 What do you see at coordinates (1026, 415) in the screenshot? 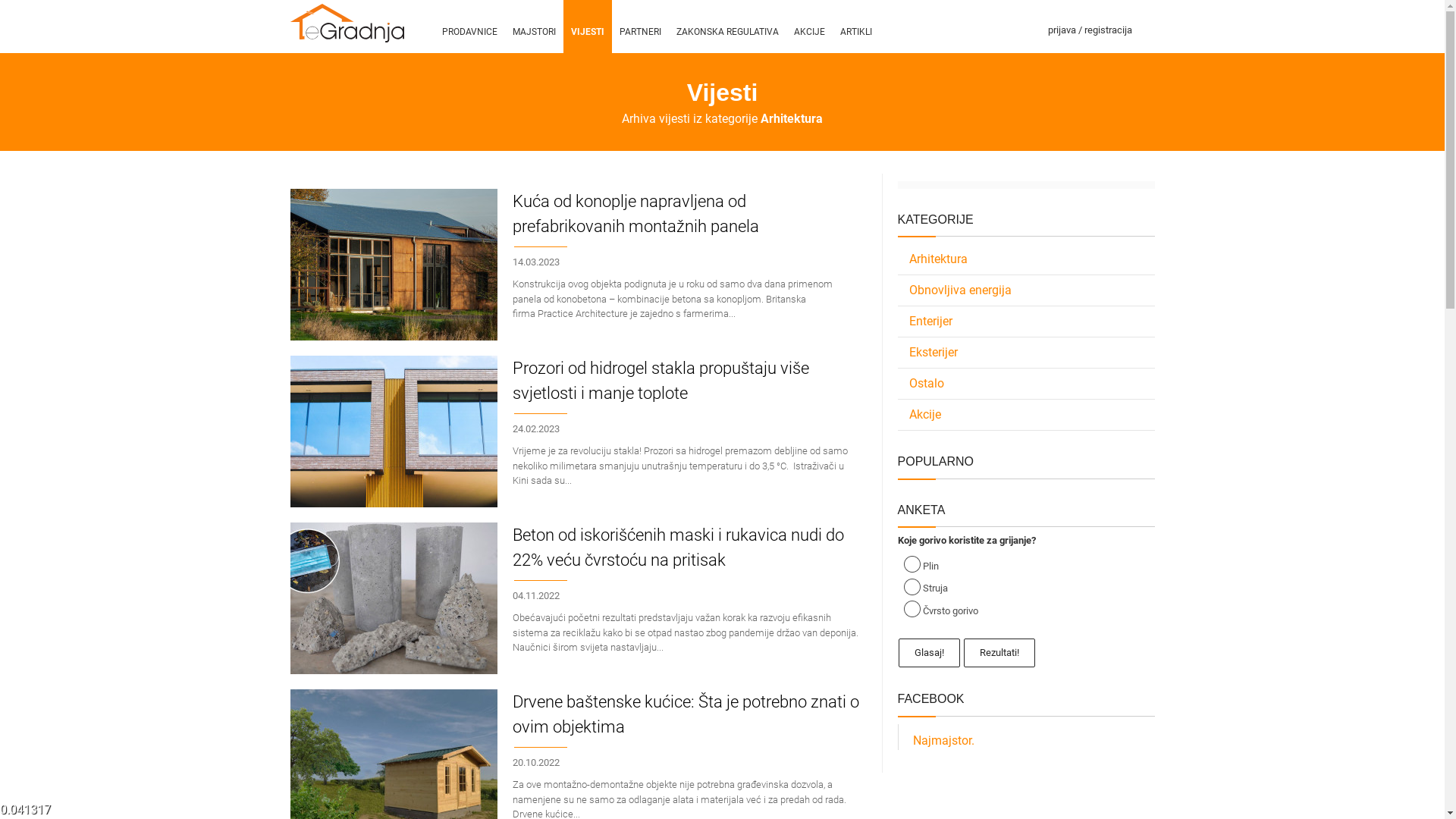
I see `'Akcije'` at bounding box center [1026, 415].